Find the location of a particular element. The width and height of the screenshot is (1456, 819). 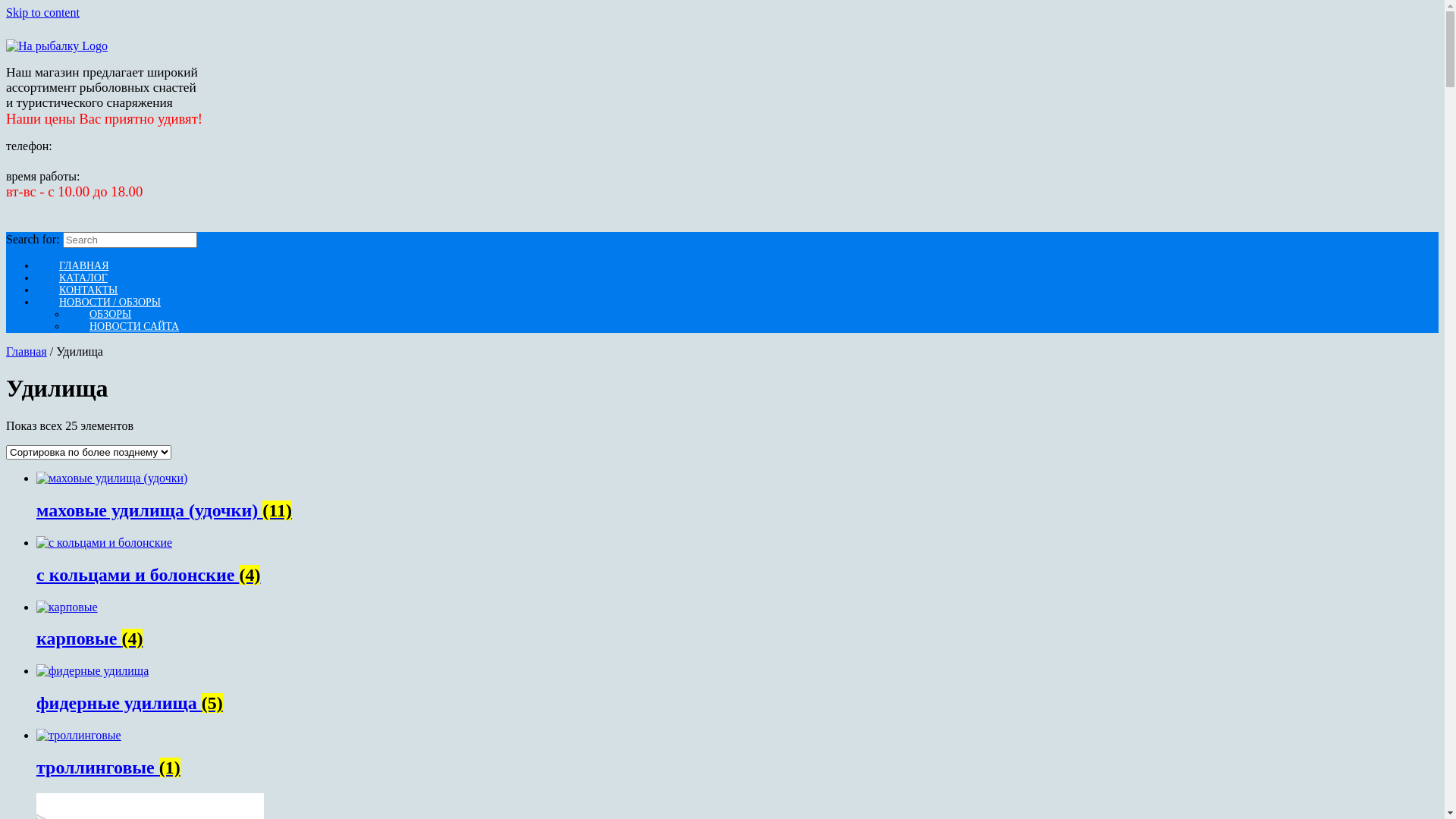

'Skip to content' is located at coordinates (42, 12).